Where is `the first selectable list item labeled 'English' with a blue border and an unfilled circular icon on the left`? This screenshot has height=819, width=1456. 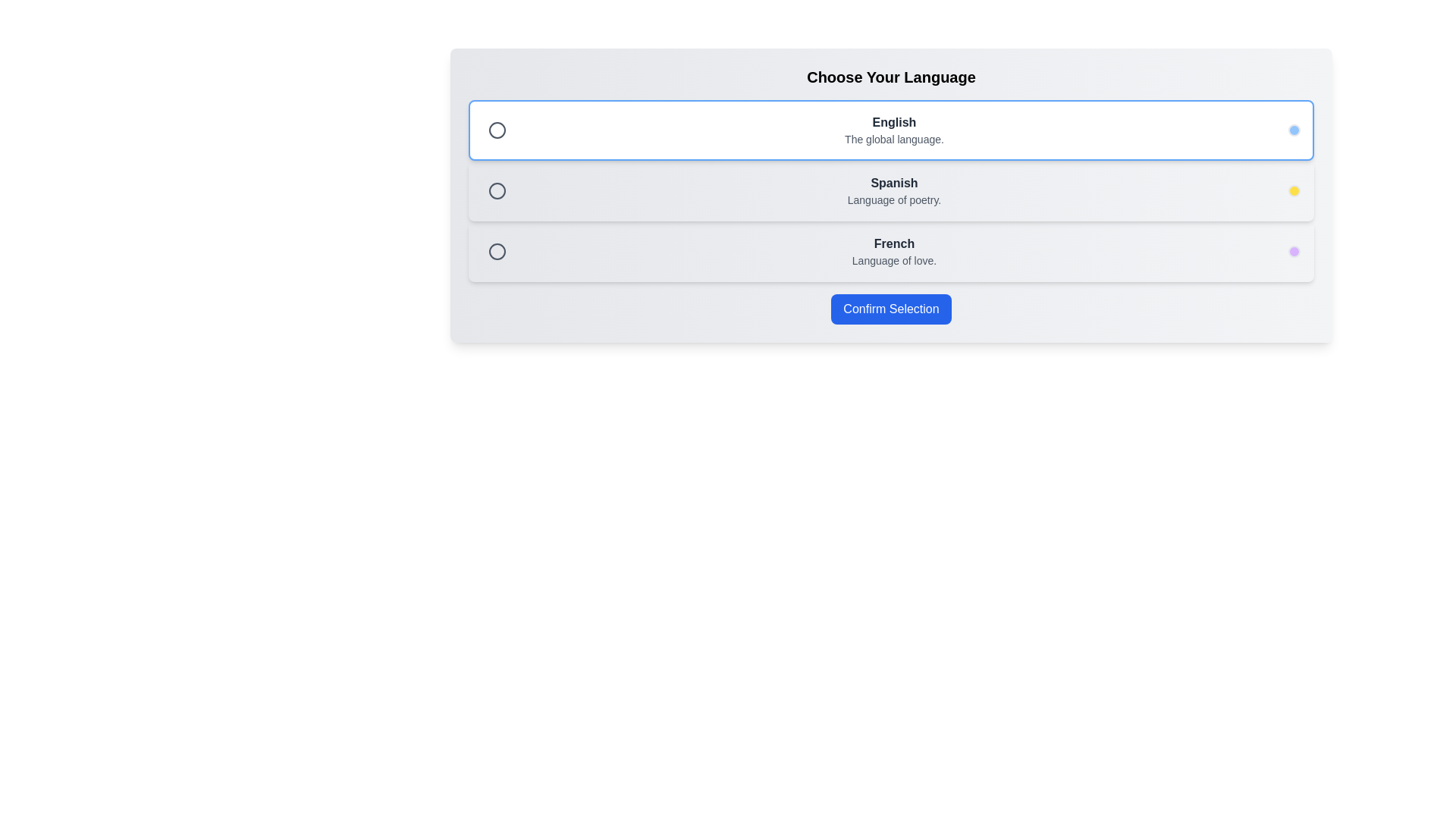 the first selectable list item labeled 'English' with a blue border and an unfilled circular icon on the left is located at coordinates (891, 130).